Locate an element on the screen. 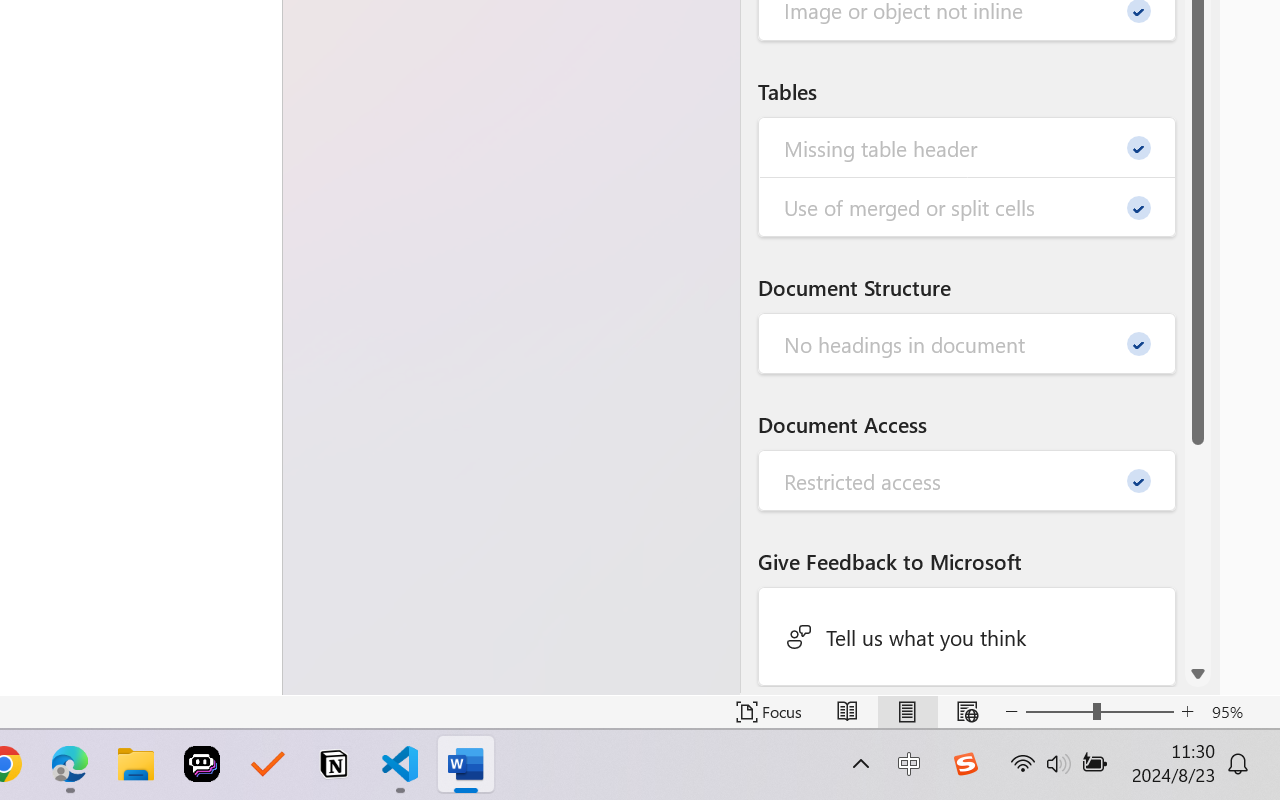  'Use of merged or split cells - 0' is located at coordinates (967, 206).